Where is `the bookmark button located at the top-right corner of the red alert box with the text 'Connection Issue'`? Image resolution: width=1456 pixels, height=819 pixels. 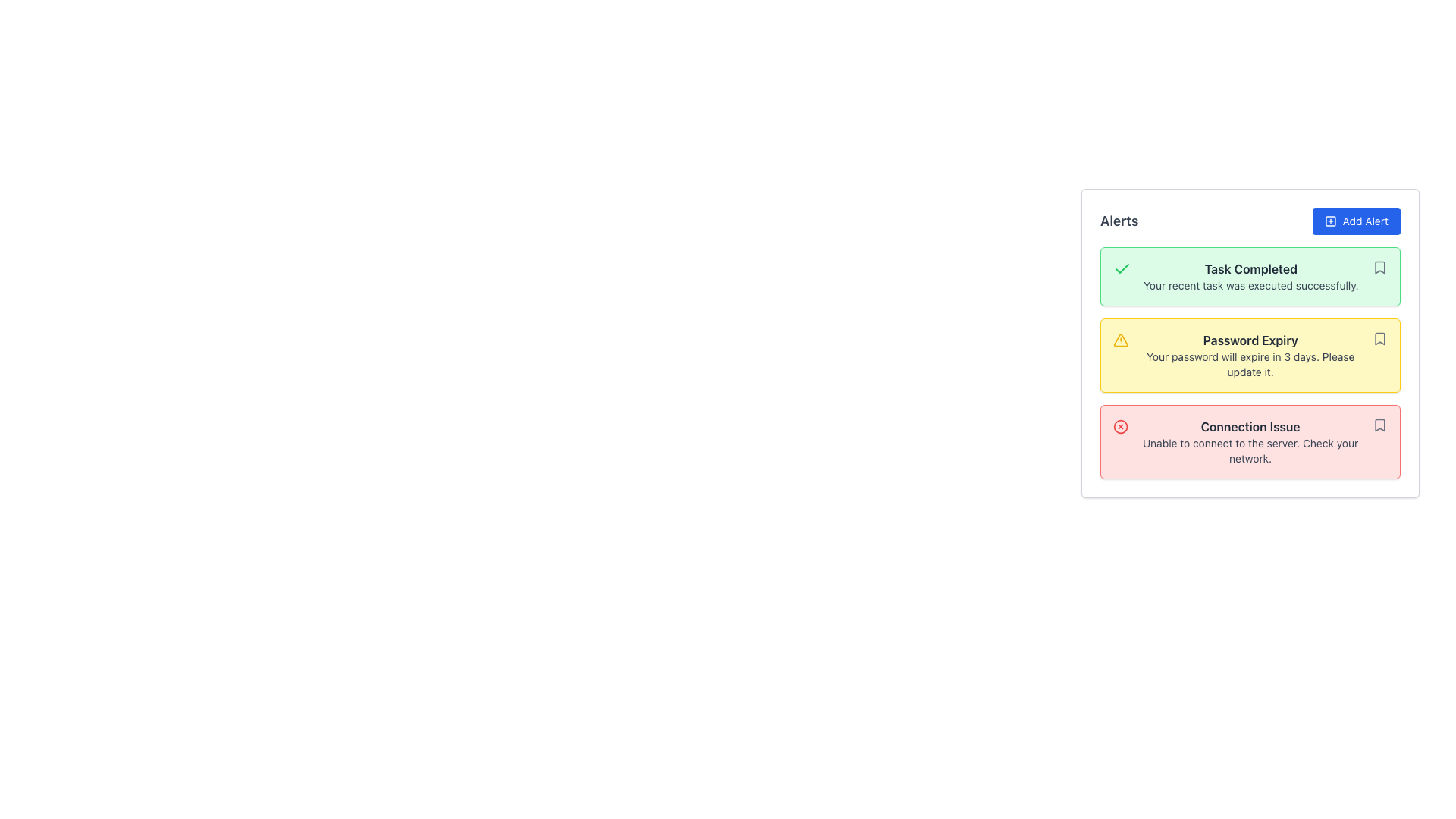
the bookmark button located at the top-right corner of the red alert box with the text 'Connection Issue' is located at coordinates (1379, 425).